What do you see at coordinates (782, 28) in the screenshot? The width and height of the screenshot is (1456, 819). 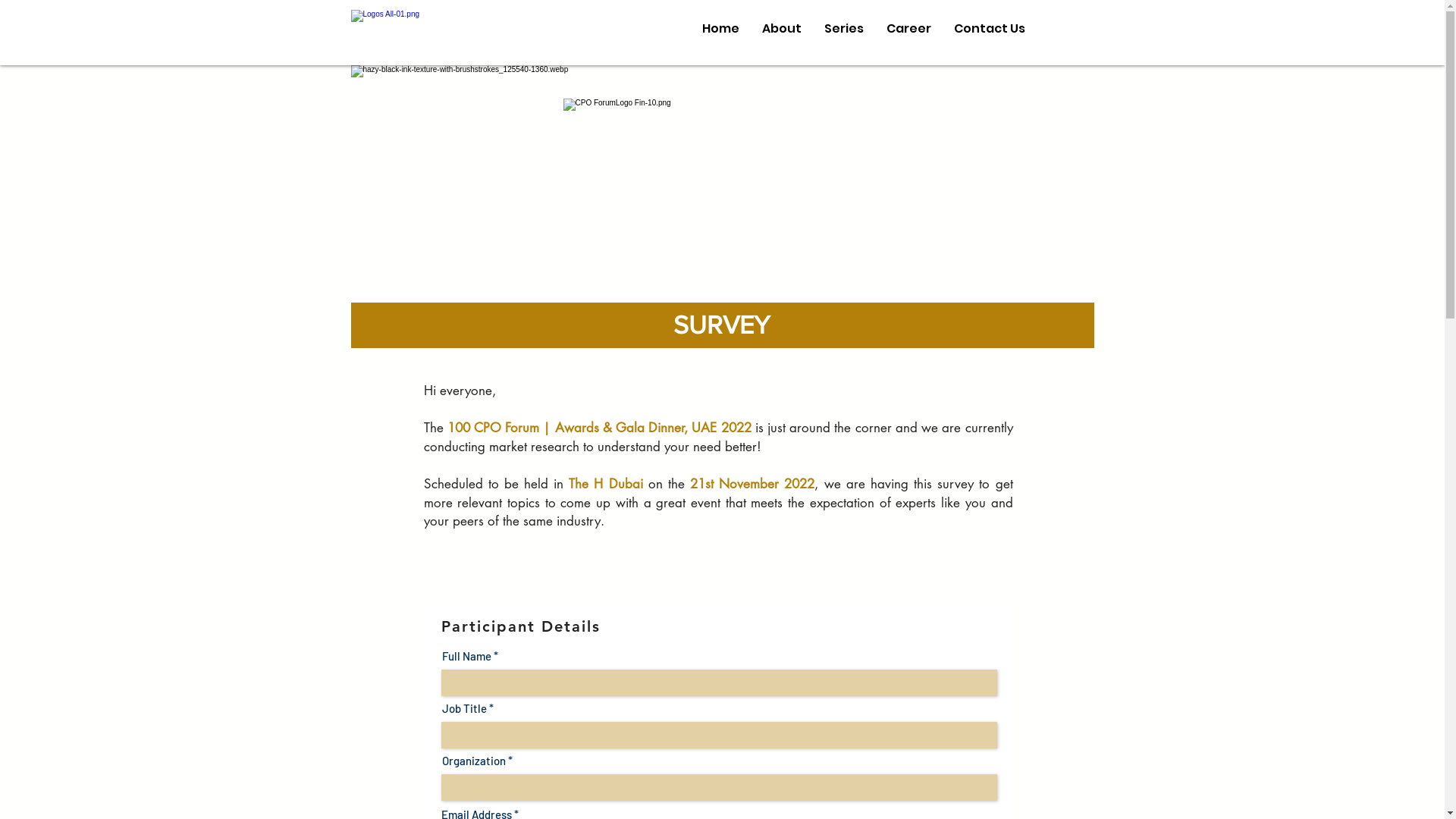 I see `'About'` at bounding box center [782, 28].